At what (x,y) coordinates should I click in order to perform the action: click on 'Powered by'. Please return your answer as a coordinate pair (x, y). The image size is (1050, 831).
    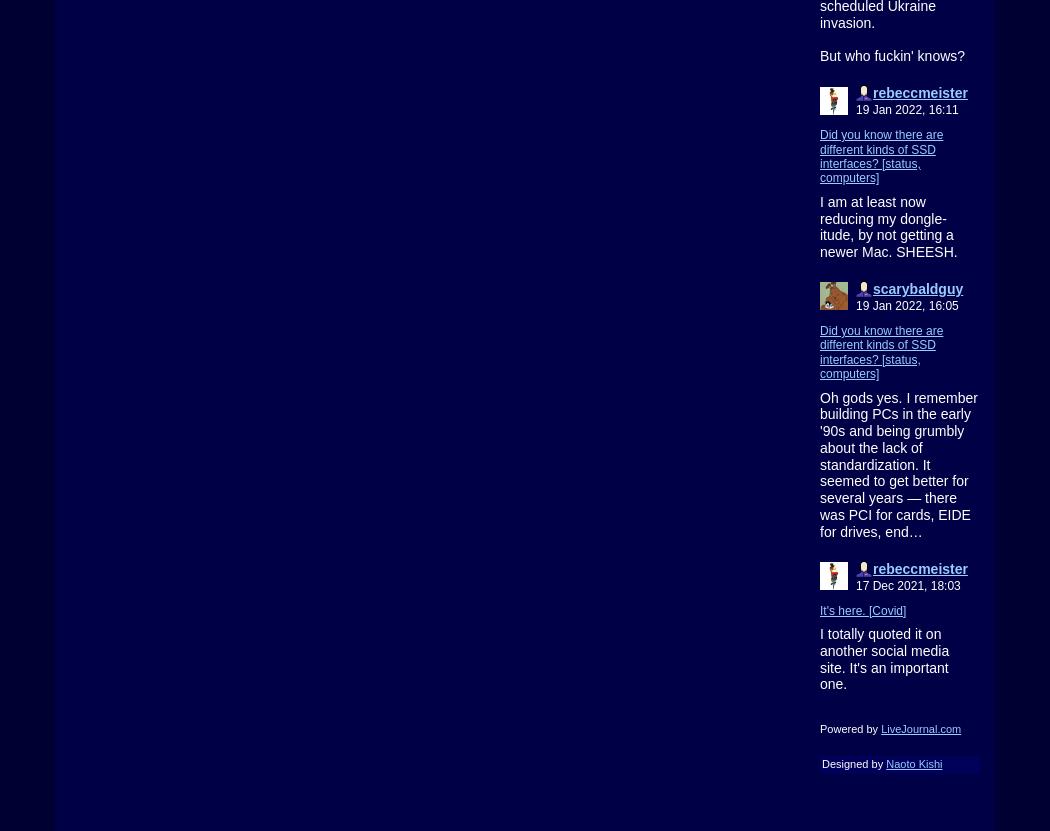
    Looking at the image, I should click on (850, 728).